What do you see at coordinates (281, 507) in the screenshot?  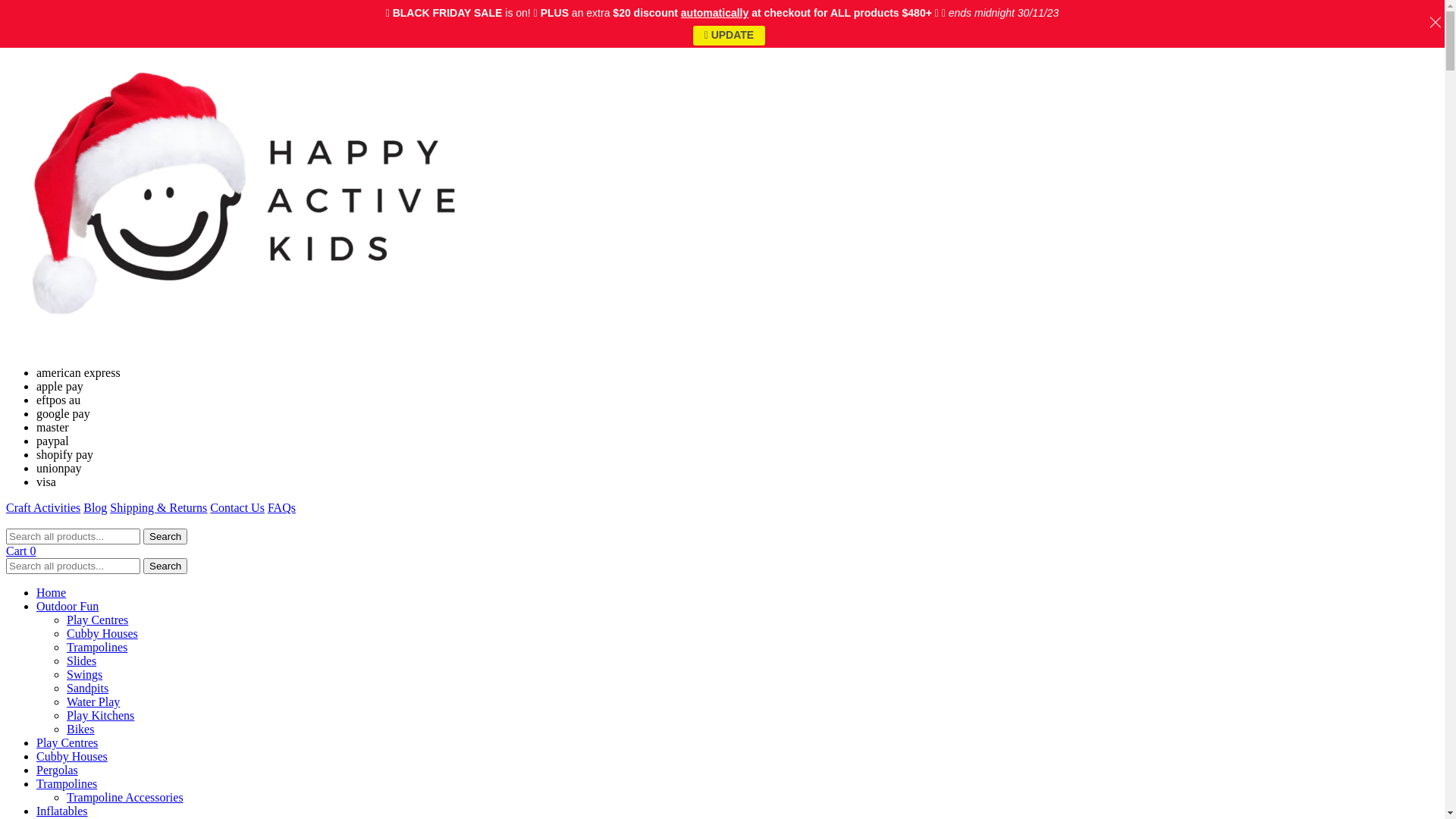 I see `'FAQs'` at bounding box center [281, 507].